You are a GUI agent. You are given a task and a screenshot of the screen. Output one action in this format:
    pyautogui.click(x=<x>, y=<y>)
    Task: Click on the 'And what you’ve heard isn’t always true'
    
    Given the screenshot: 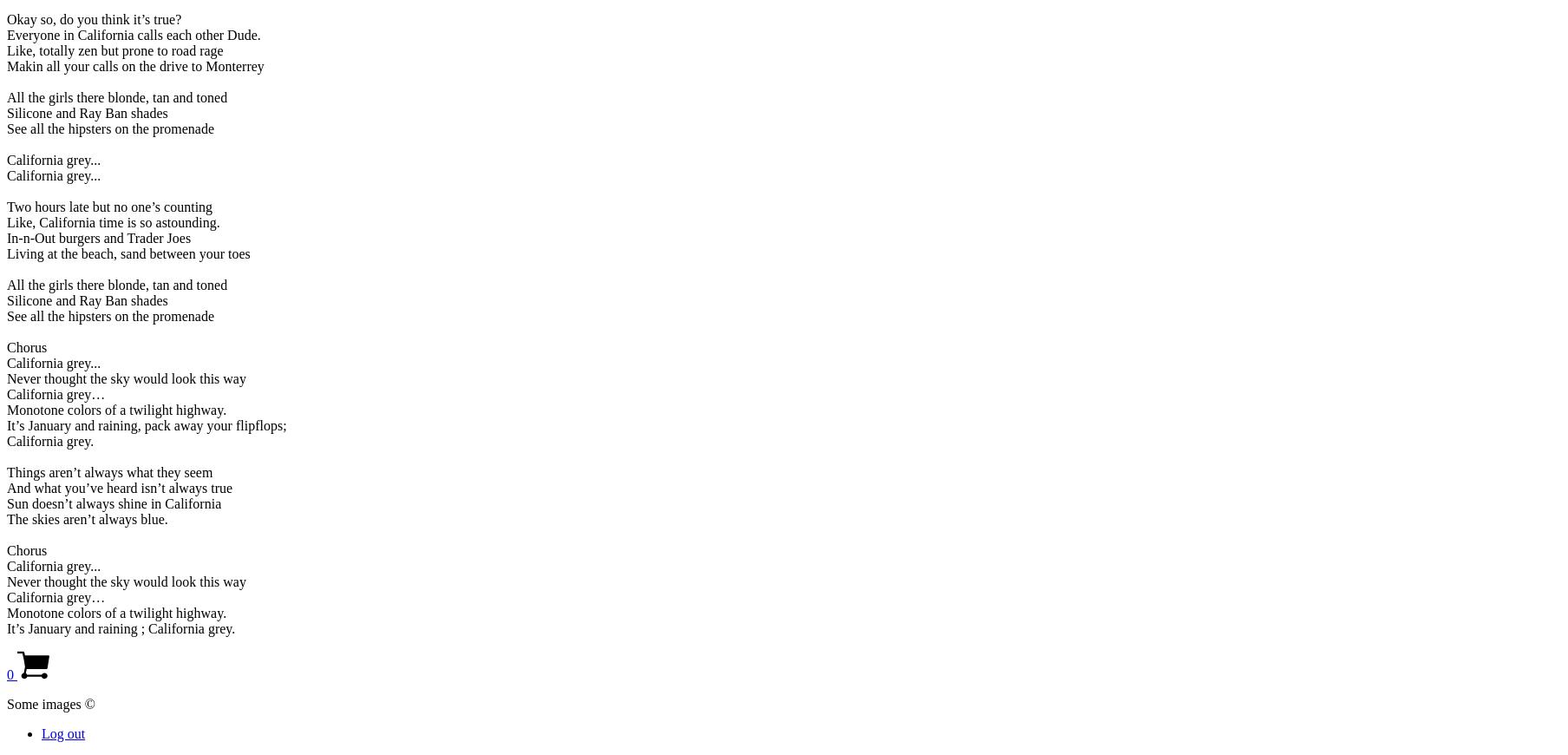 What is the action you would take?
    pyautogui.click(x=6, y=486)
    